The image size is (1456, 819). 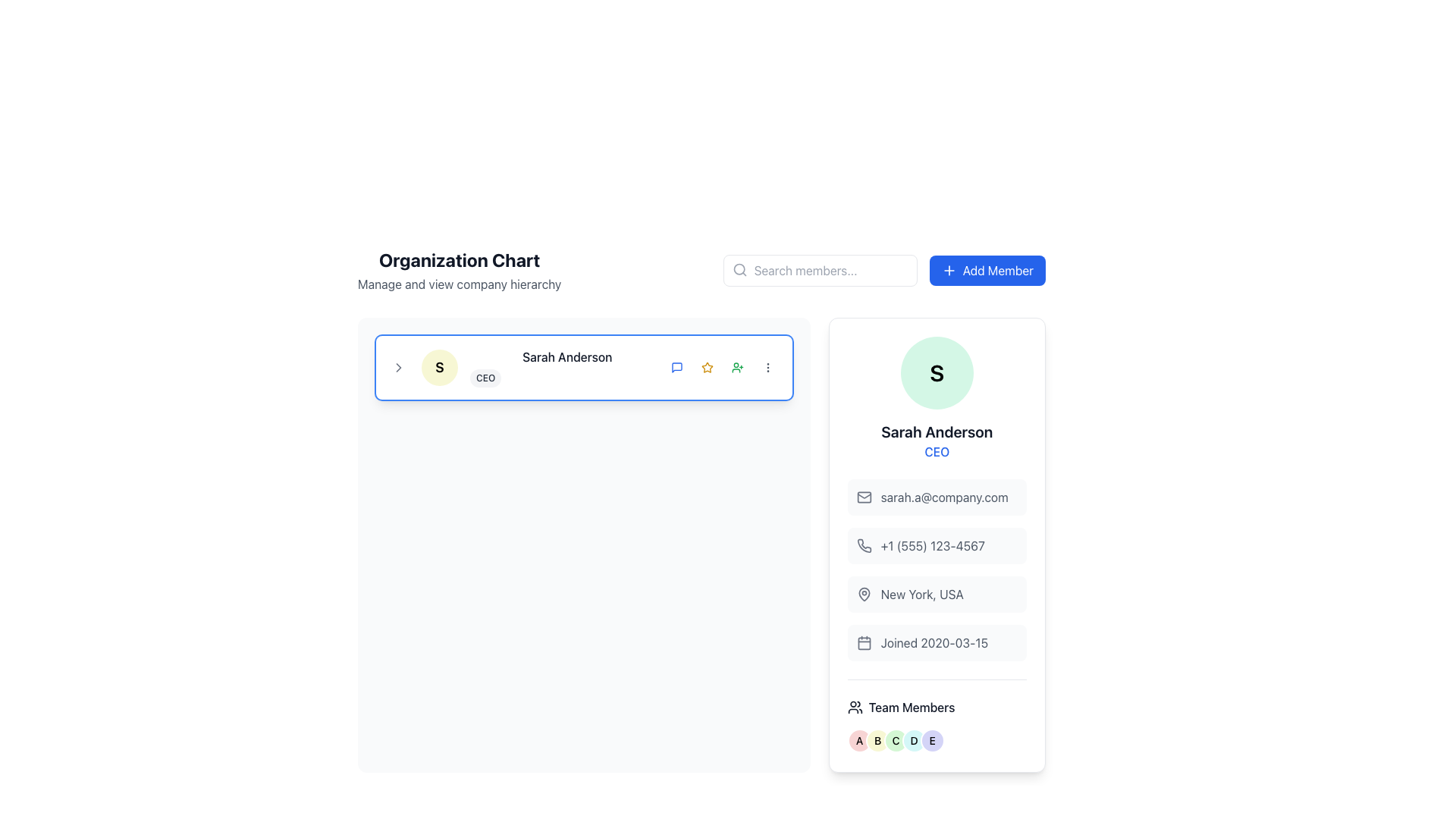 What do you see at coordinates (706, 368) in the screenshot?
I see `the star button on the right side of the user information card to mark it as a favorite. This button is the third clickable item in a horizontal group of icons, following a blue message icon` at bounding box center [706, 368].